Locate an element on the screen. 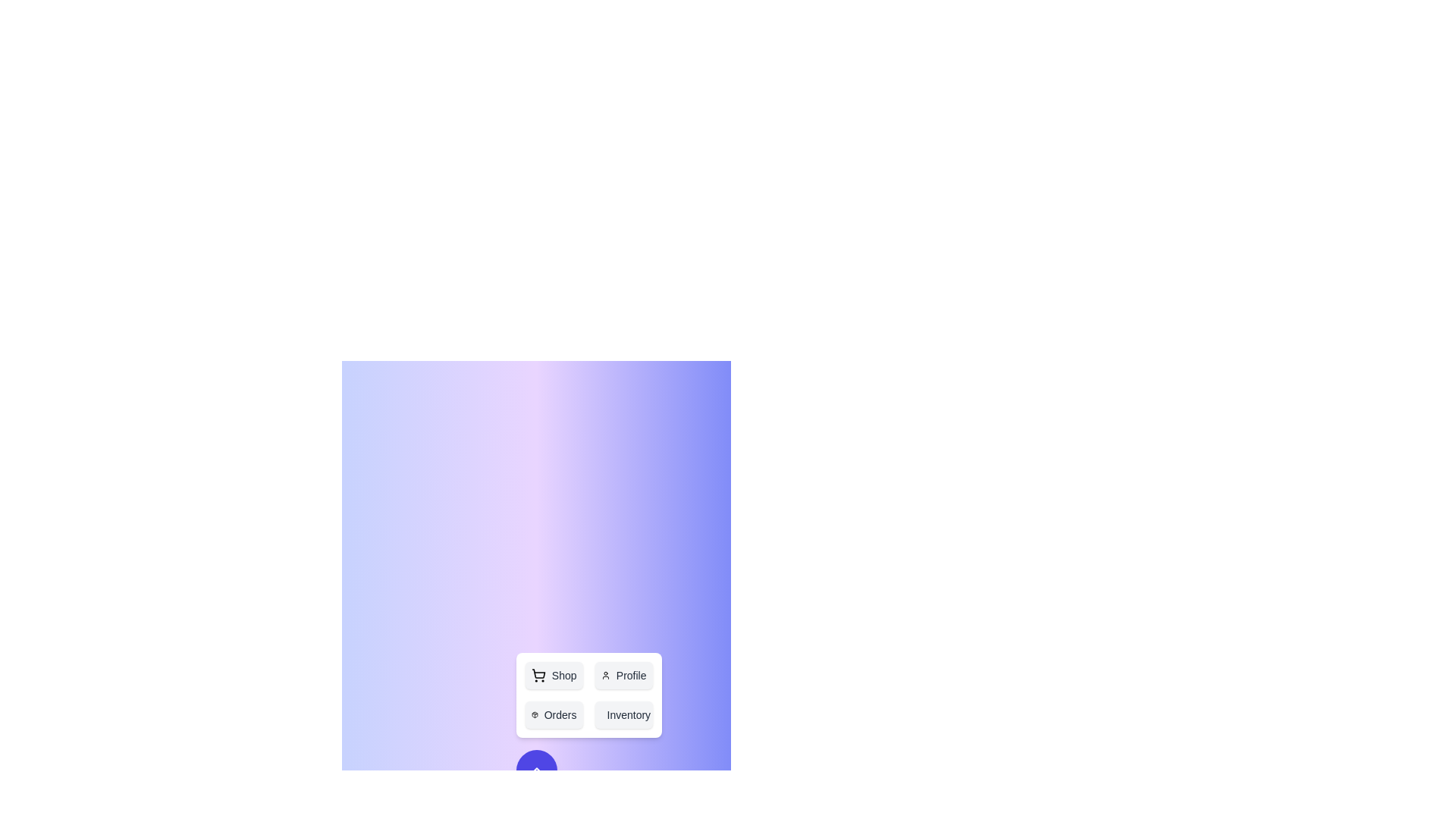 The height and width of the screenshot is (819, 1456). the 'Shop' button is located at coordinates (553, 675).